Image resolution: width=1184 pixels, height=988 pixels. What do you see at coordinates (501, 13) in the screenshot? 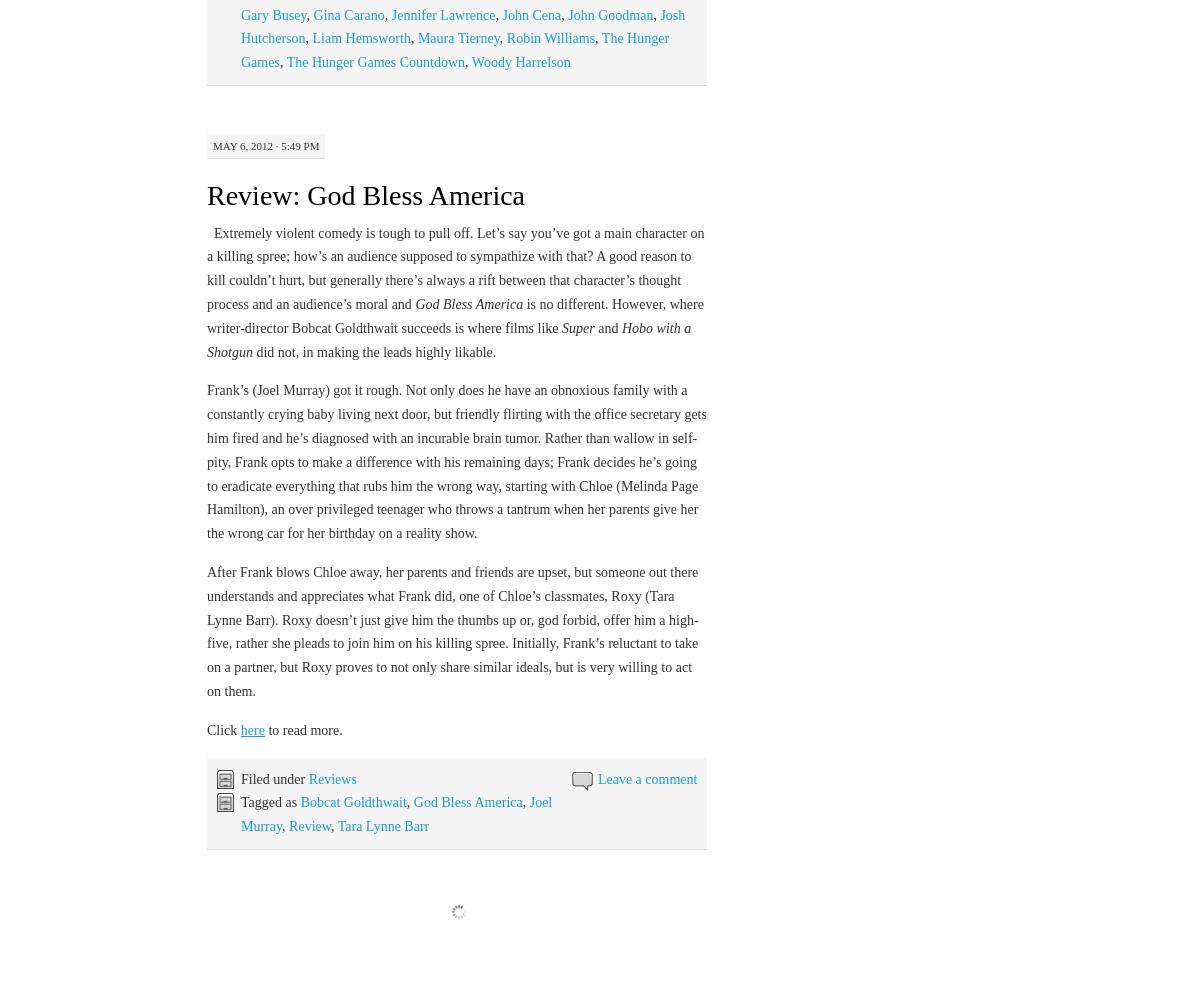
I see `'John Cena'` at bounding box center [501, 13].